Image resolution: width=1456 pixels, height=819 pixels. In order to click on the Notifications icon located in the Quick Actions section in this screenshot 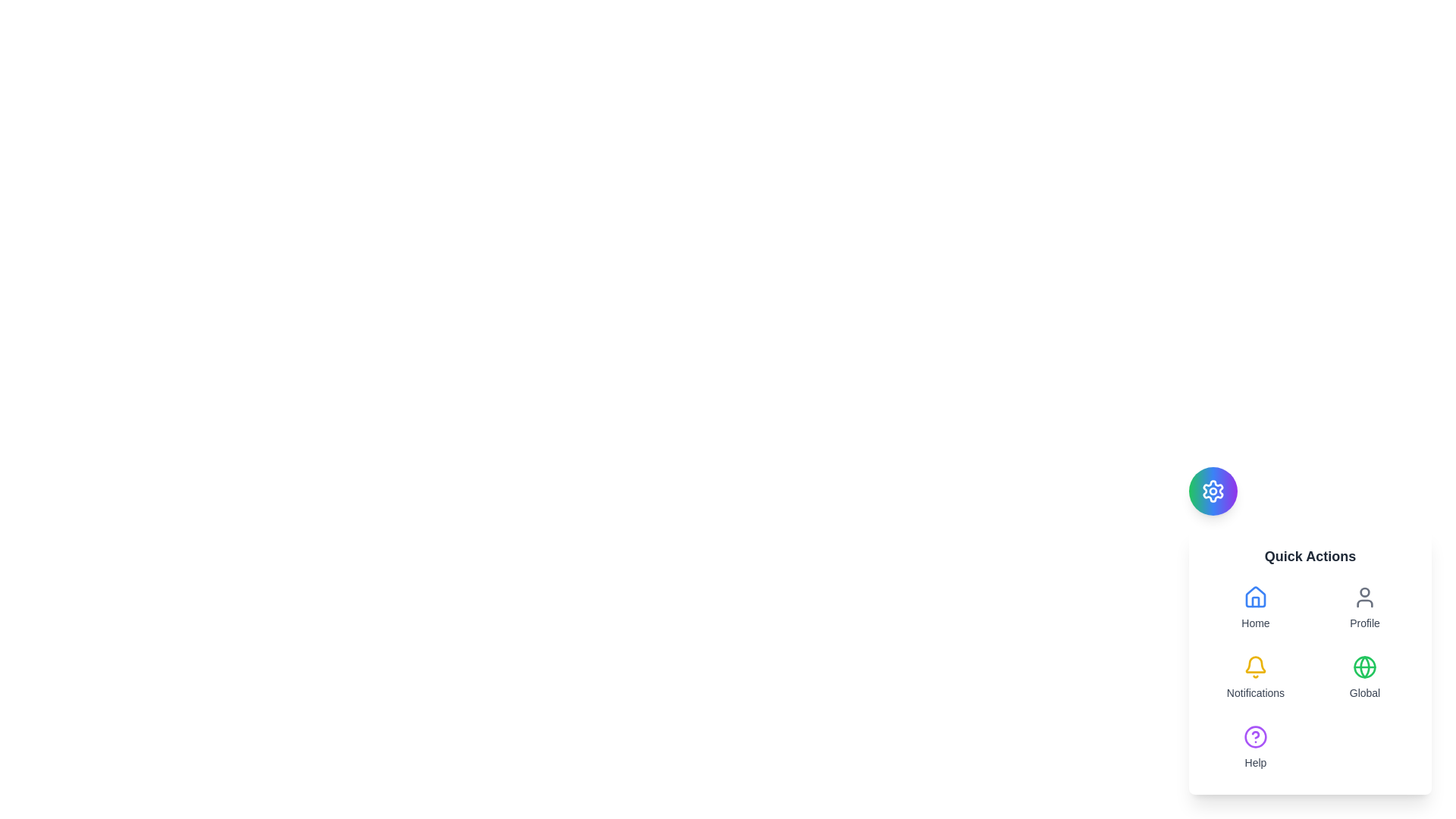, I will do `click(1256, 666)`.